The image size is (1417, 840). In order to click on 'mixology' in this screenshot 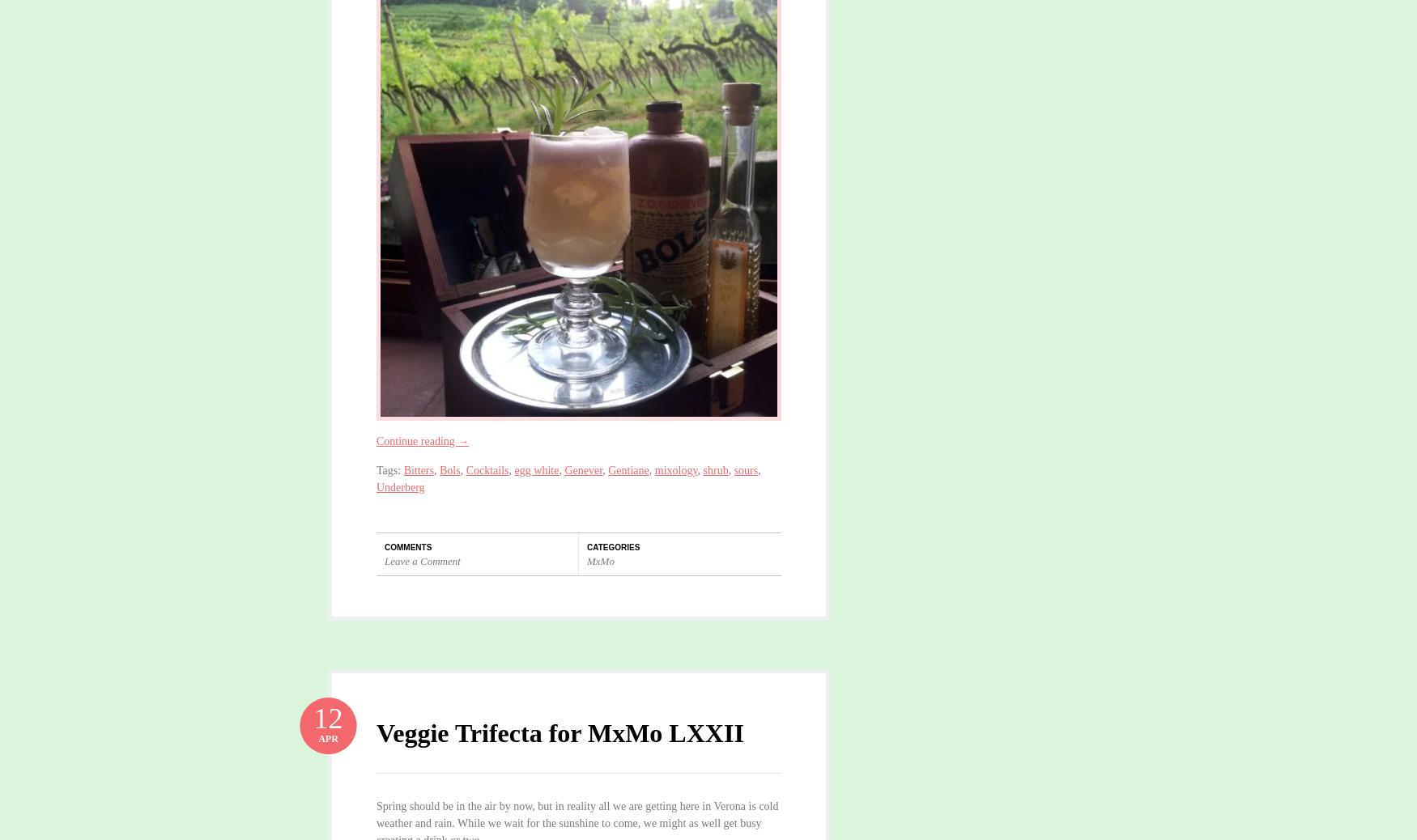, I will do `click(675, 469)`.